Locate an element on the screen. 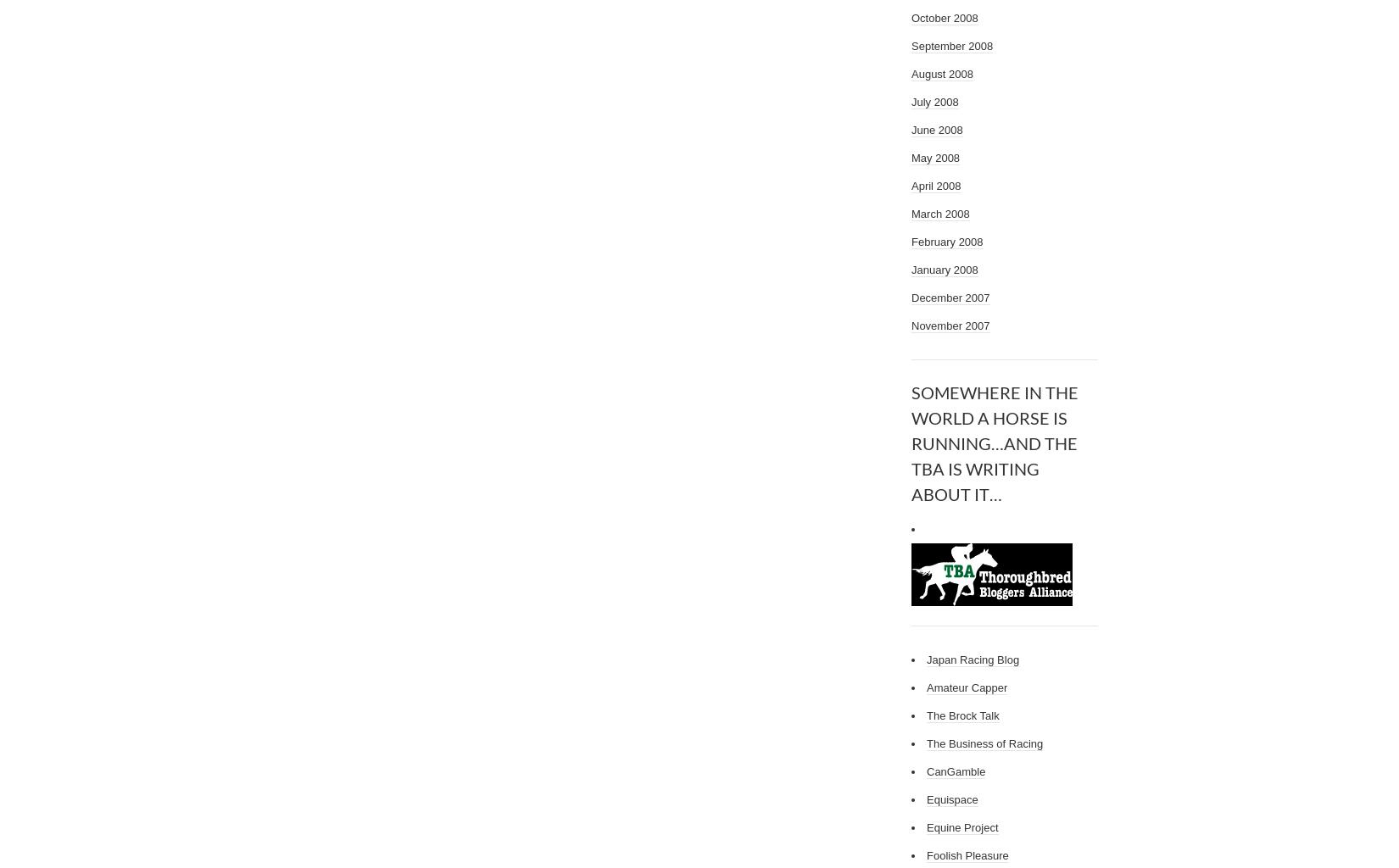 The image size is (1399, 868). 'Japan Racing Blog' is located at coordinates (973, 659).